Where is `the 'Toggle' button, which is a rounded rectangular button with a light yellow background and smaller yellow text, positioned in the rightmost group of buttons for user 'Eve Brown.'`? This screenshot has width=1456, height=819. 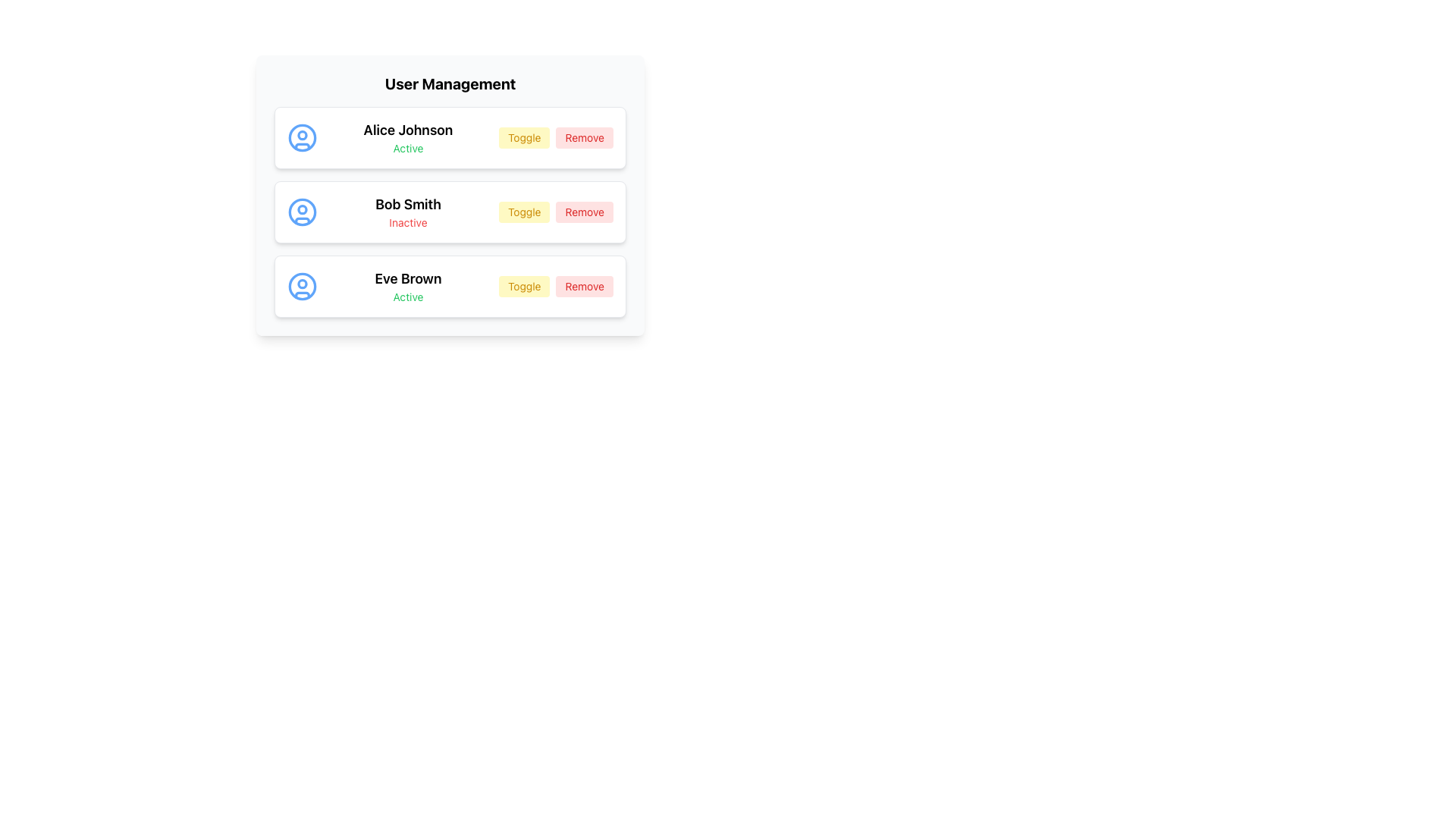
the 'Toggle' button, which is a rounded rectangular button with a light yellow background and smaller yellow text, positioned in the rightmost group of buttons for user 'Eve Brown.' is located at coordinates (524, 287).